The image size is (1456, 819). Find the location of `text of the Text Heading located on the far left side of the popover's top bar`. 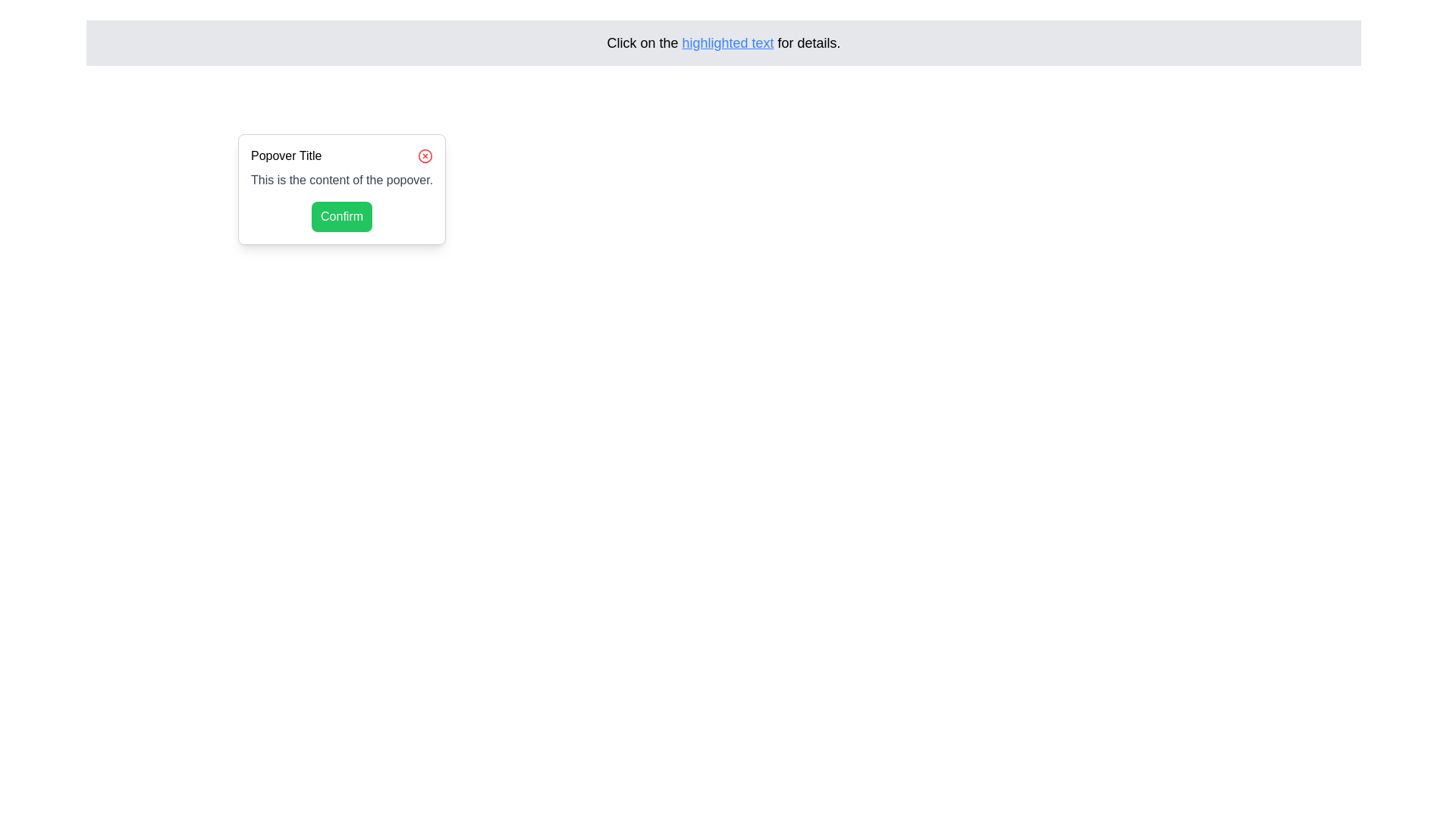

text of the Text Heading located on the far left side of the popover's top bar is located at coordinates (286, 155).